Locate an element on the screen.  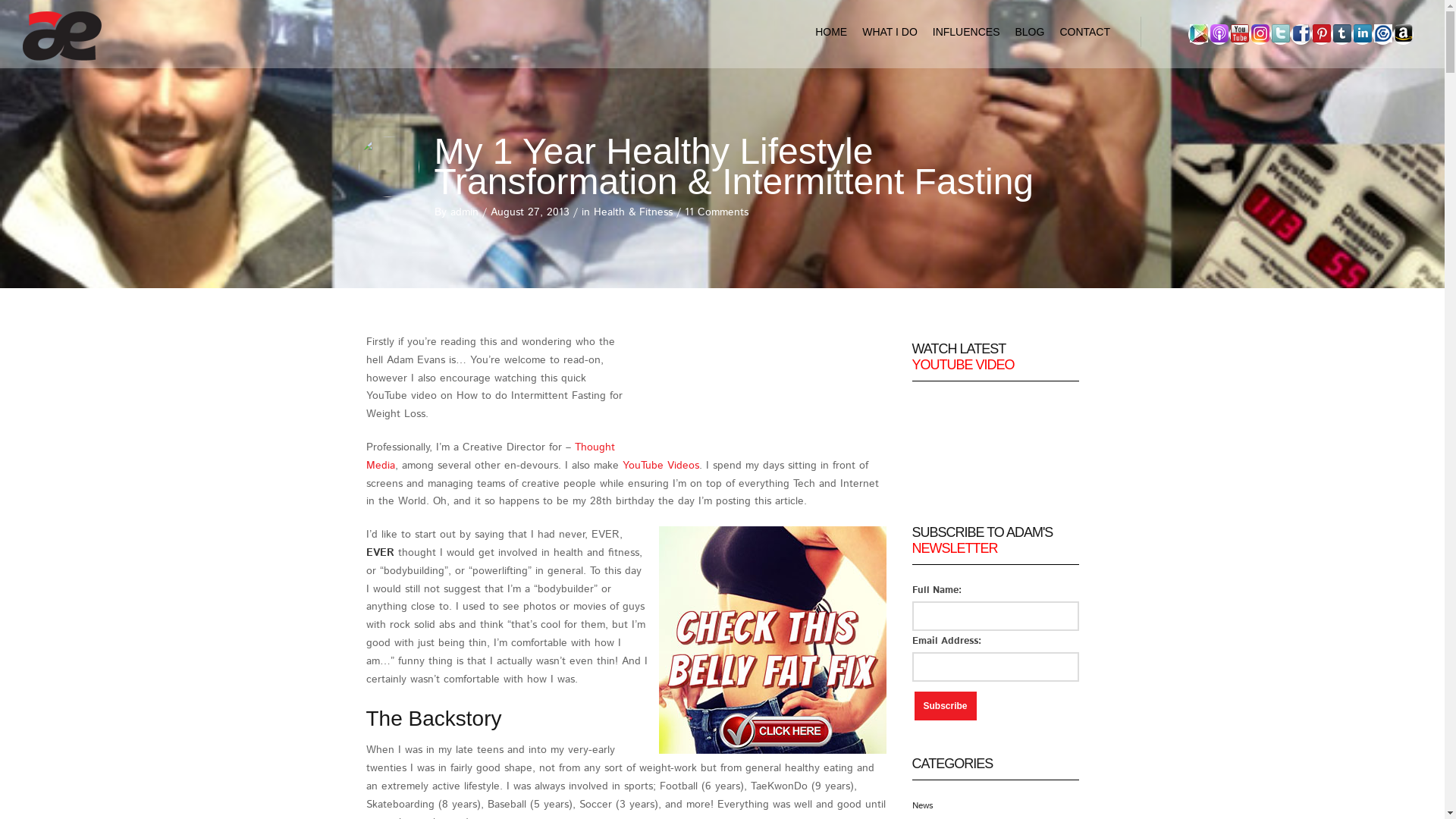
'Subscribe' is located at coordinates (945, 705).